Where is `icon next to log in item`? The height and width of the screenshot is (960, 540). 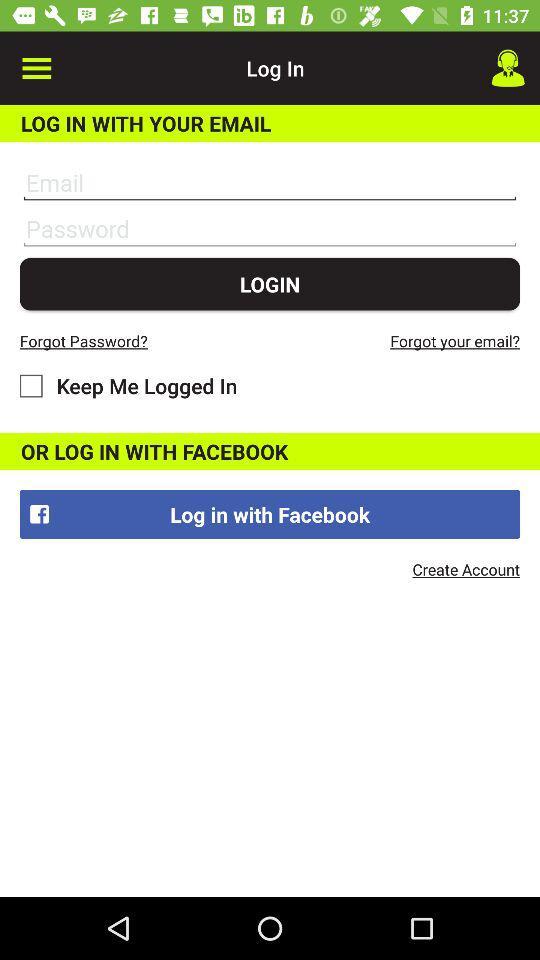 icon next to log in item is located at coordinates (508, 68).